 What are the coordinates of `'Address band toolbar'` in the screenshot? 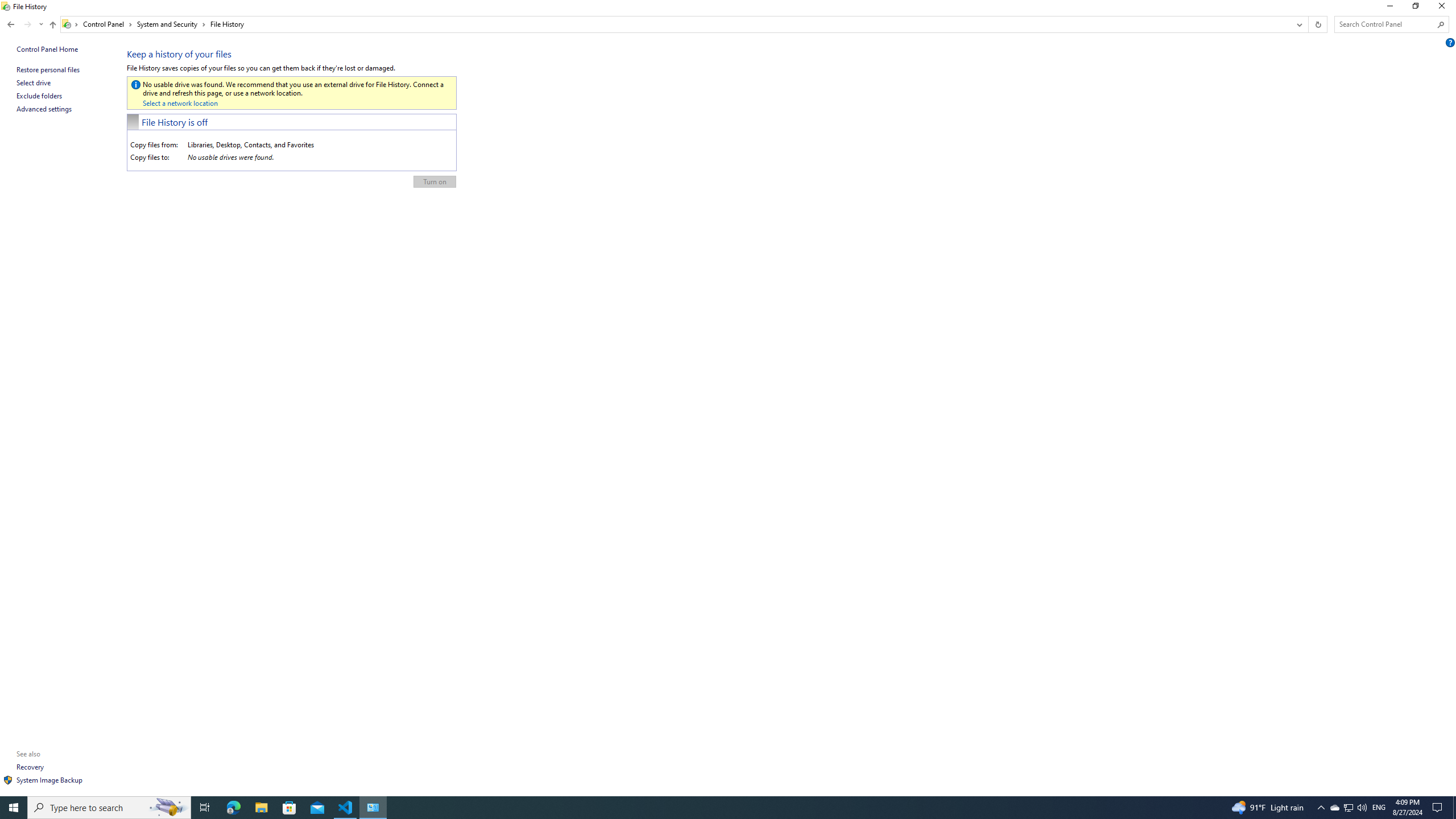 It's located at (1308, 24).